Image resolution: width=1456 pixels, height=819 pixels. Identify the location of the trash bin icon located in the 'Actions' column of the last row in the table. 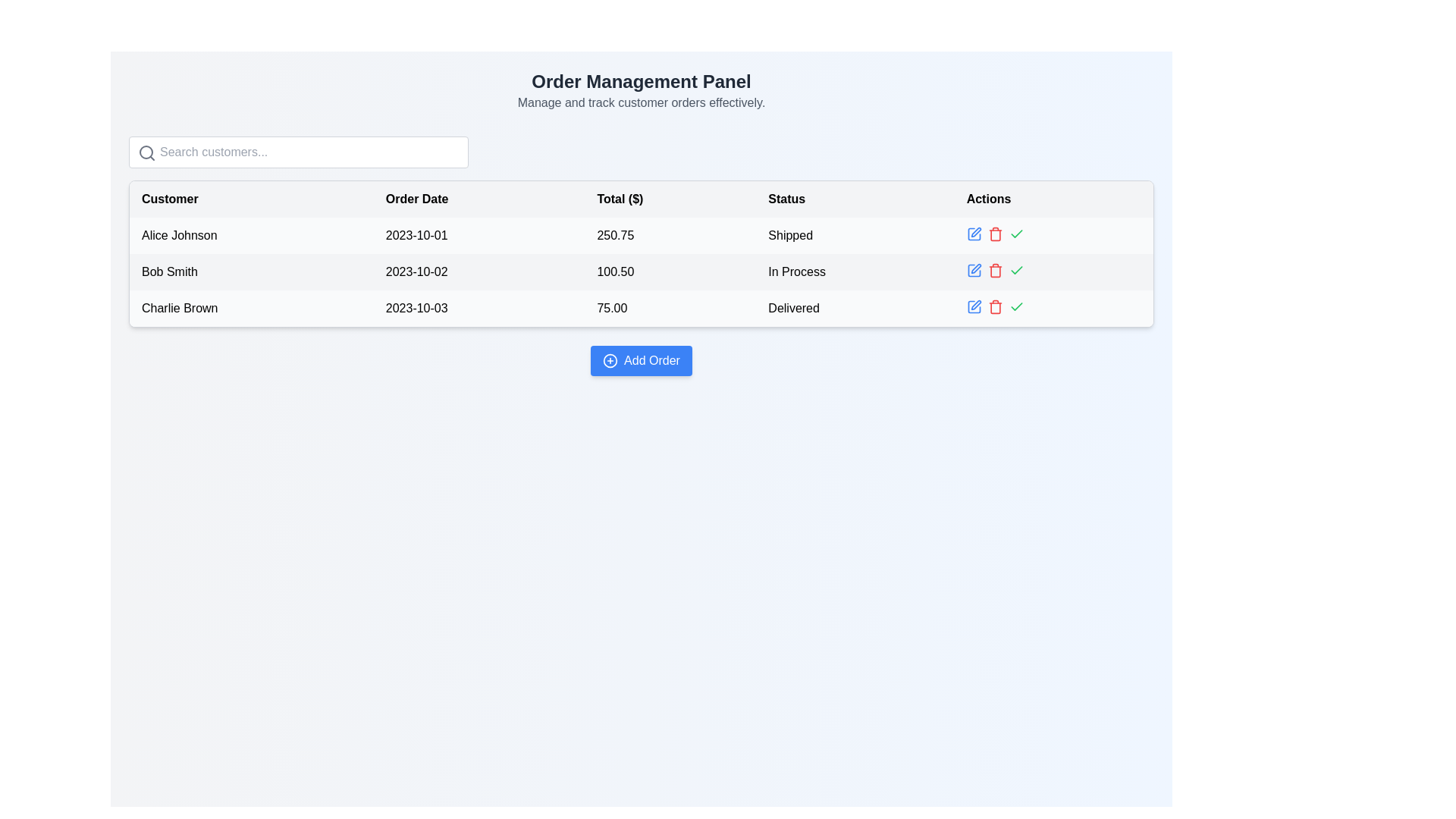
(995, 307).